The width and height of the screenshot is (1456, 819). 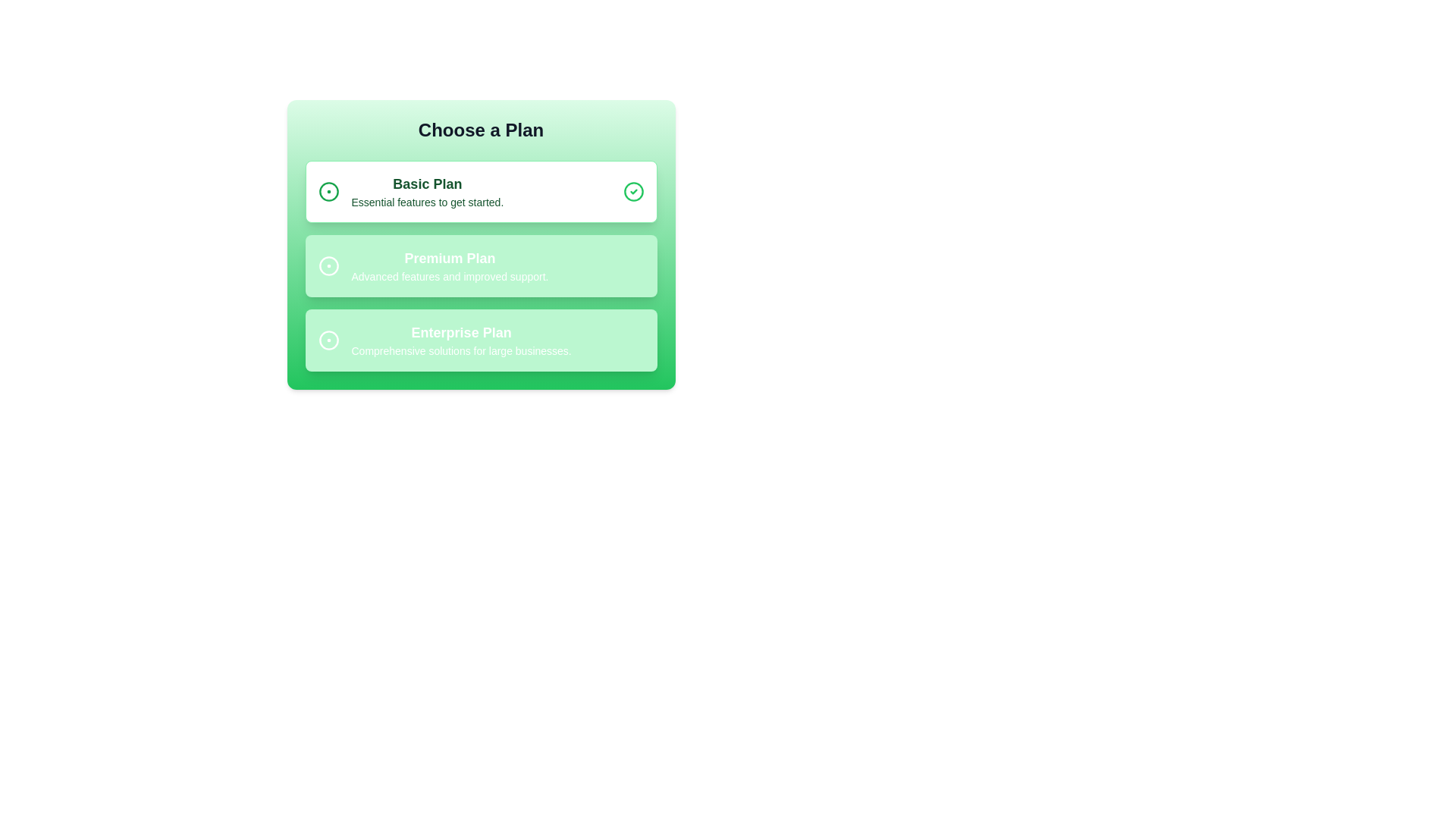 What do you see at coordinates (633, 191) in the screenshot?
I see `the Circle element in the SVG icon that indicates selection for the 'Basic Plan' option, located at the rightmost position of the option row` at bounding box center [633, 191].